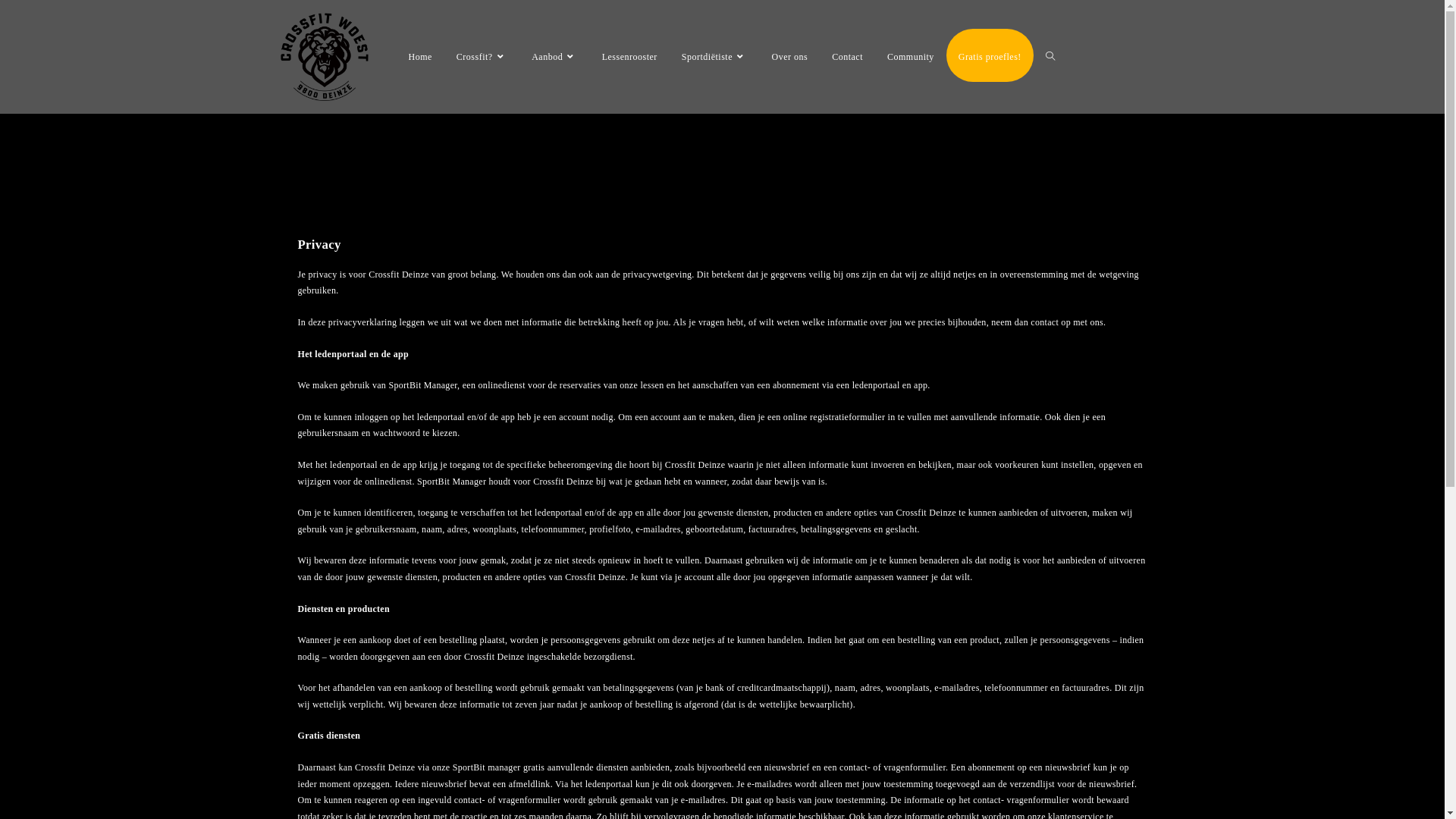  What do you see at coordinates (629, 55) in the screenshot?
I see `'Lessenrooster'` at bounding box center [629, 55].